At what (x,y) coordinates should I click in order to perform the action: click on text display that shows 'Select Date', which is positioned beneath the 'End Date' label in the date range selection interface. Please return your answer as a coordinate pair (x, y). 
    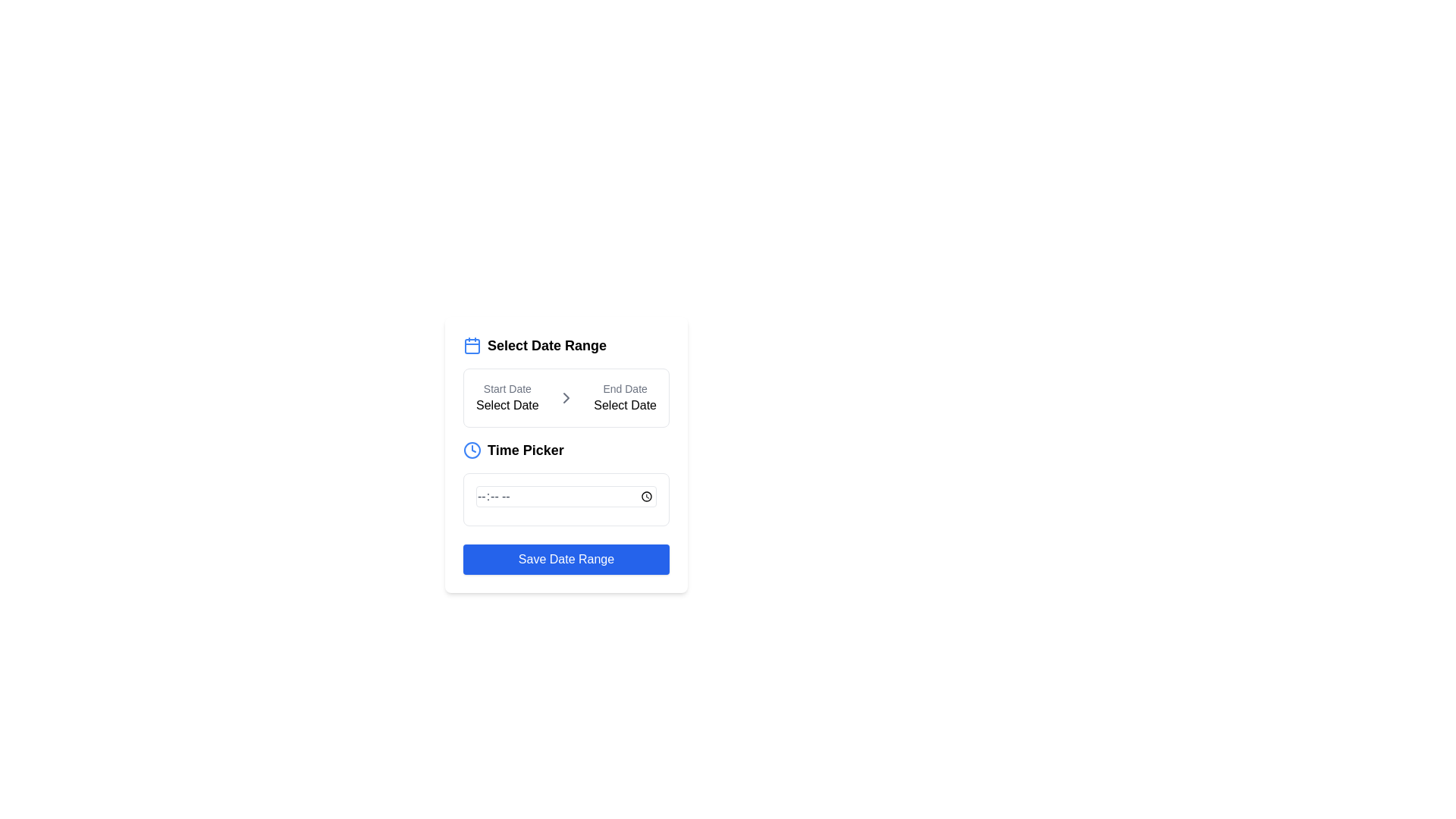
    Looking at the image, I should click on (625, 404).